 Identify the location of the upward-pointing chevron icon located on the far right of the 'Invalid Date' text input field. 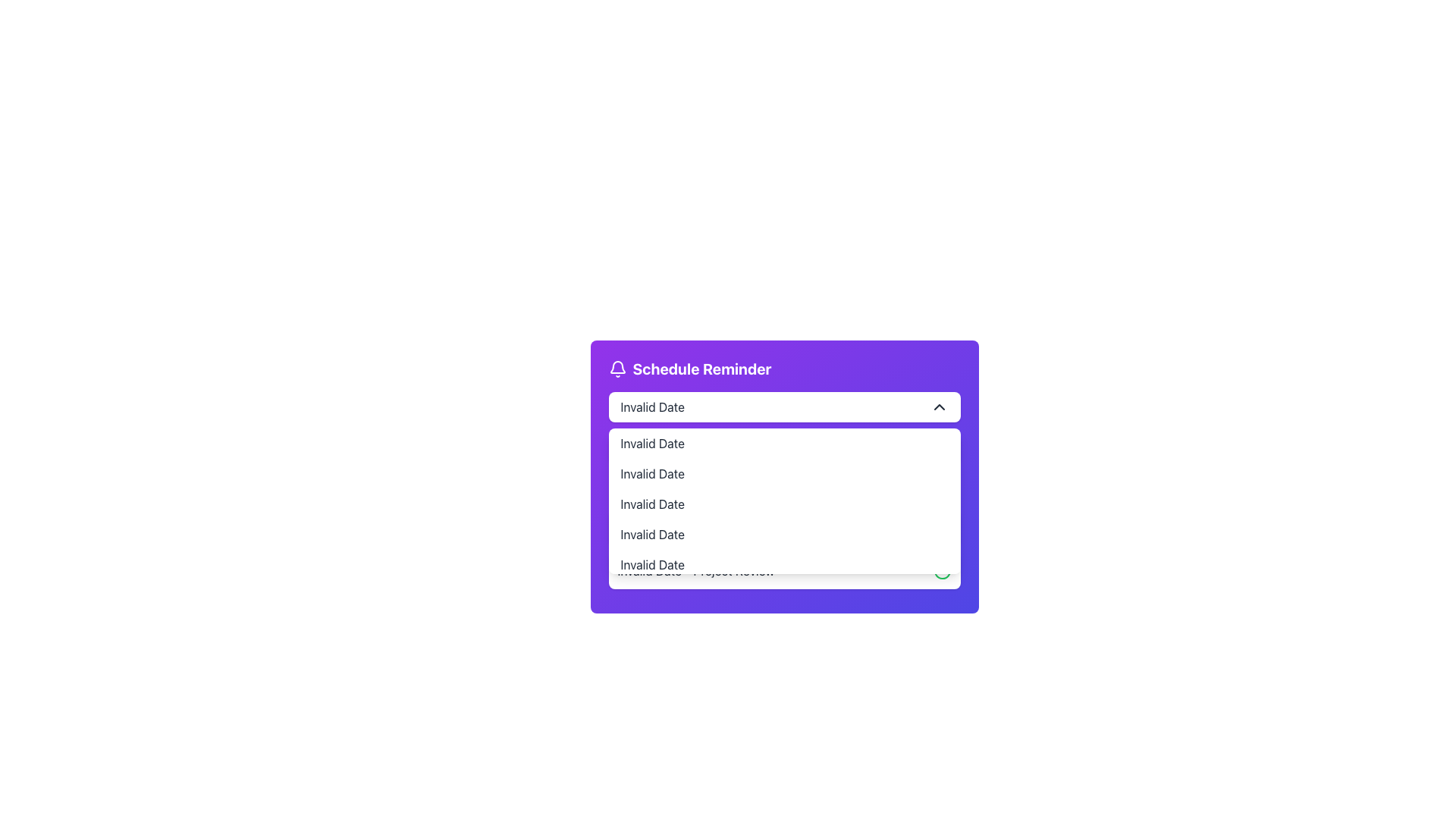
(938, 406).